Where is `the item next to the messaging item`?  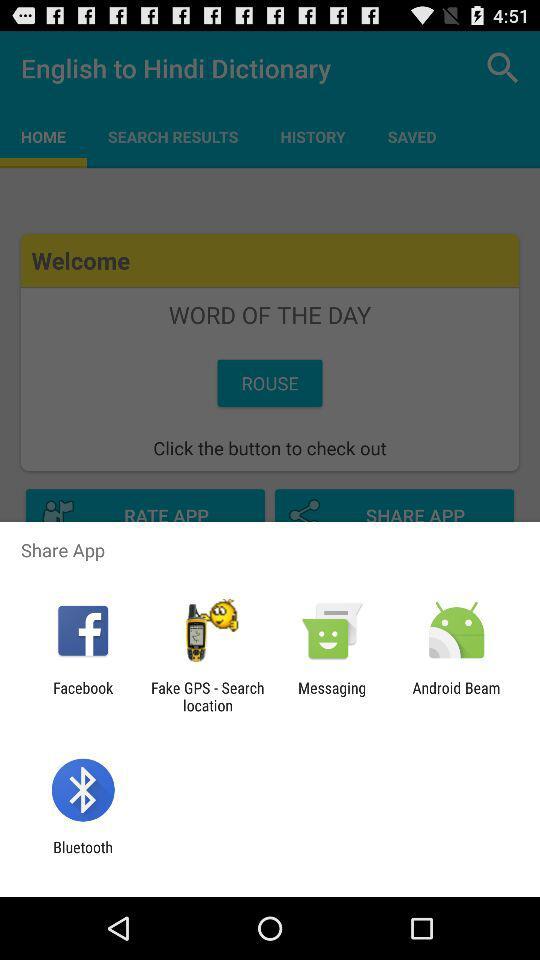
the item next to the messaging item is located at coordinates (206, 696).